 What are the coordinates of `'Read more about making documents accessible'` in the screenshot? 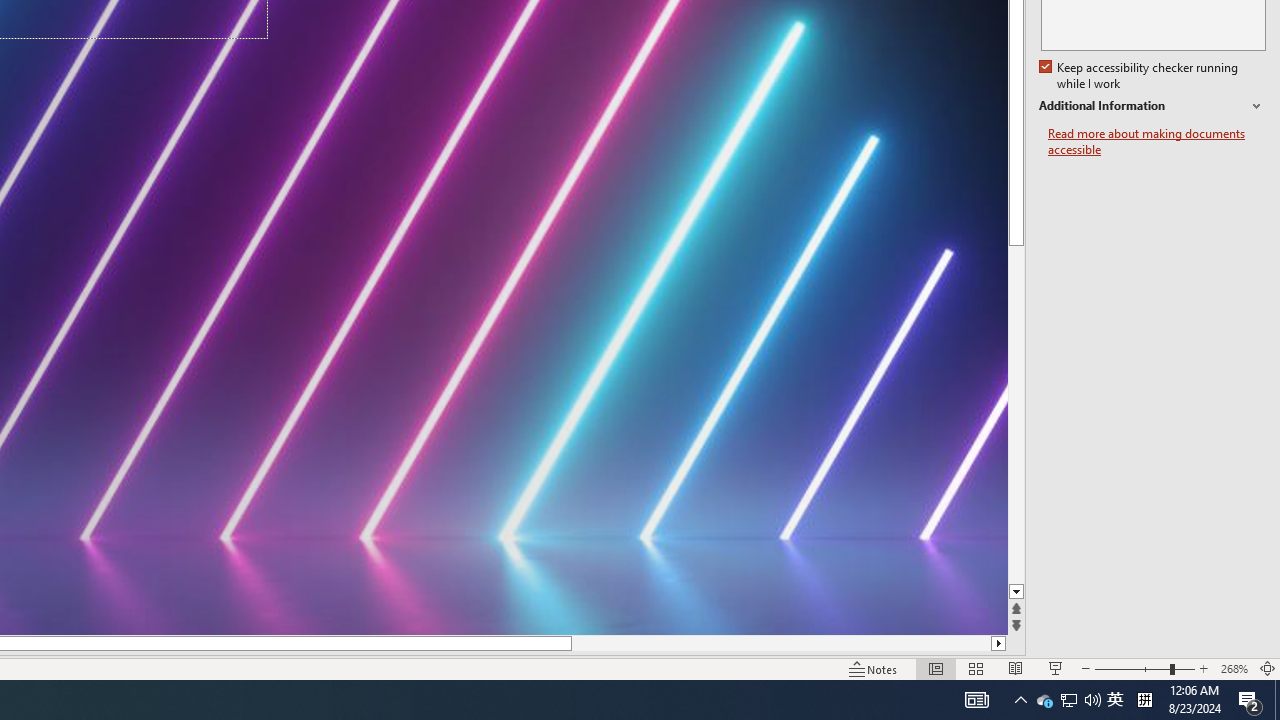 It's located at (1157, 141).